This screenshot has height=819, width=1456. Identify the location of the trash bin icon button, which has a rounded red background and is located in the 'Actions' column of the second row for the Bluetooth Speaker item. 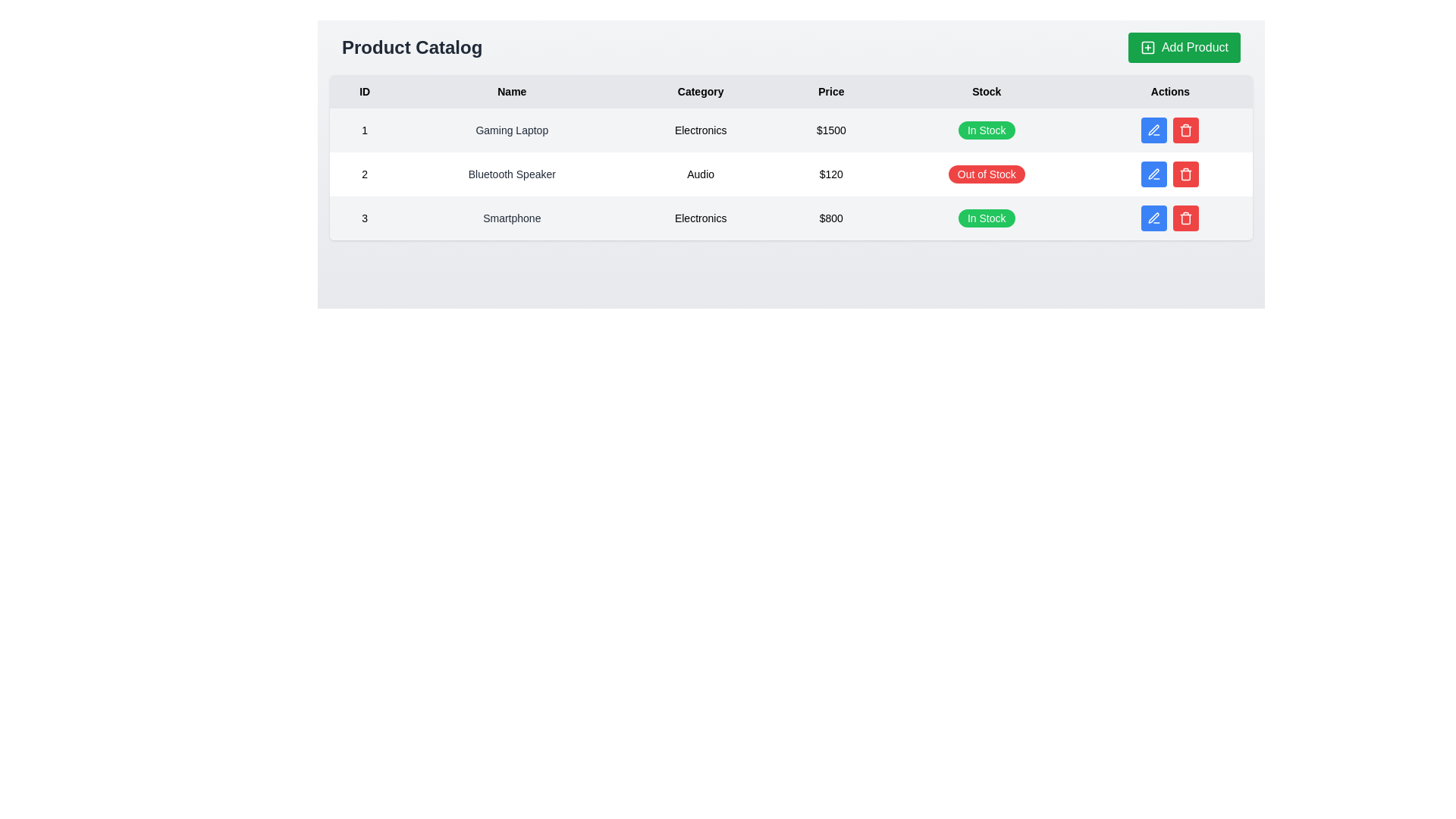
(1185, 218).